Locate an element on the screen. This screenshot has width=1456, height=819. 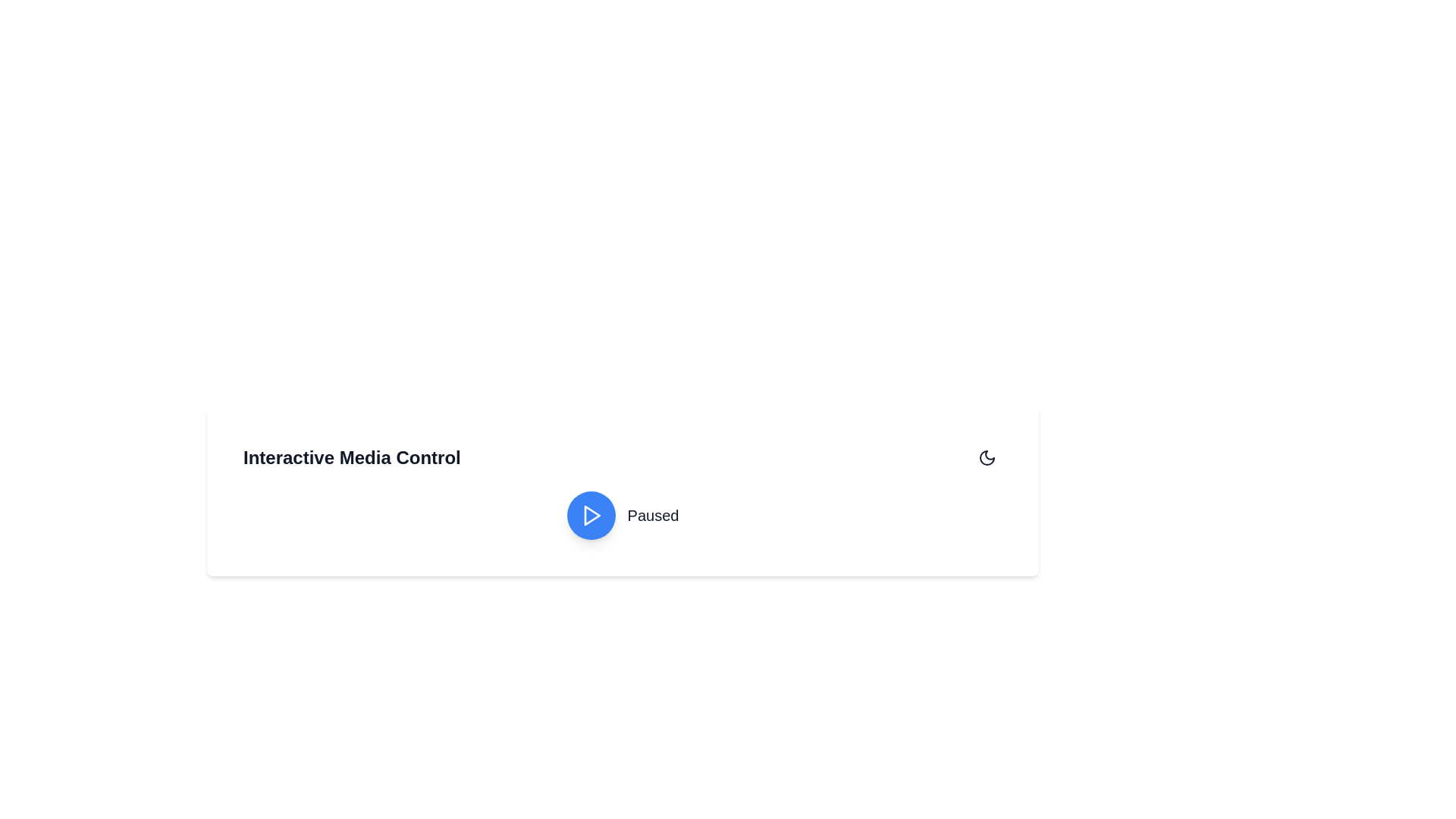
the circular play button with a vibrant blue background and a white play icon is located at coordinates (590, 514).